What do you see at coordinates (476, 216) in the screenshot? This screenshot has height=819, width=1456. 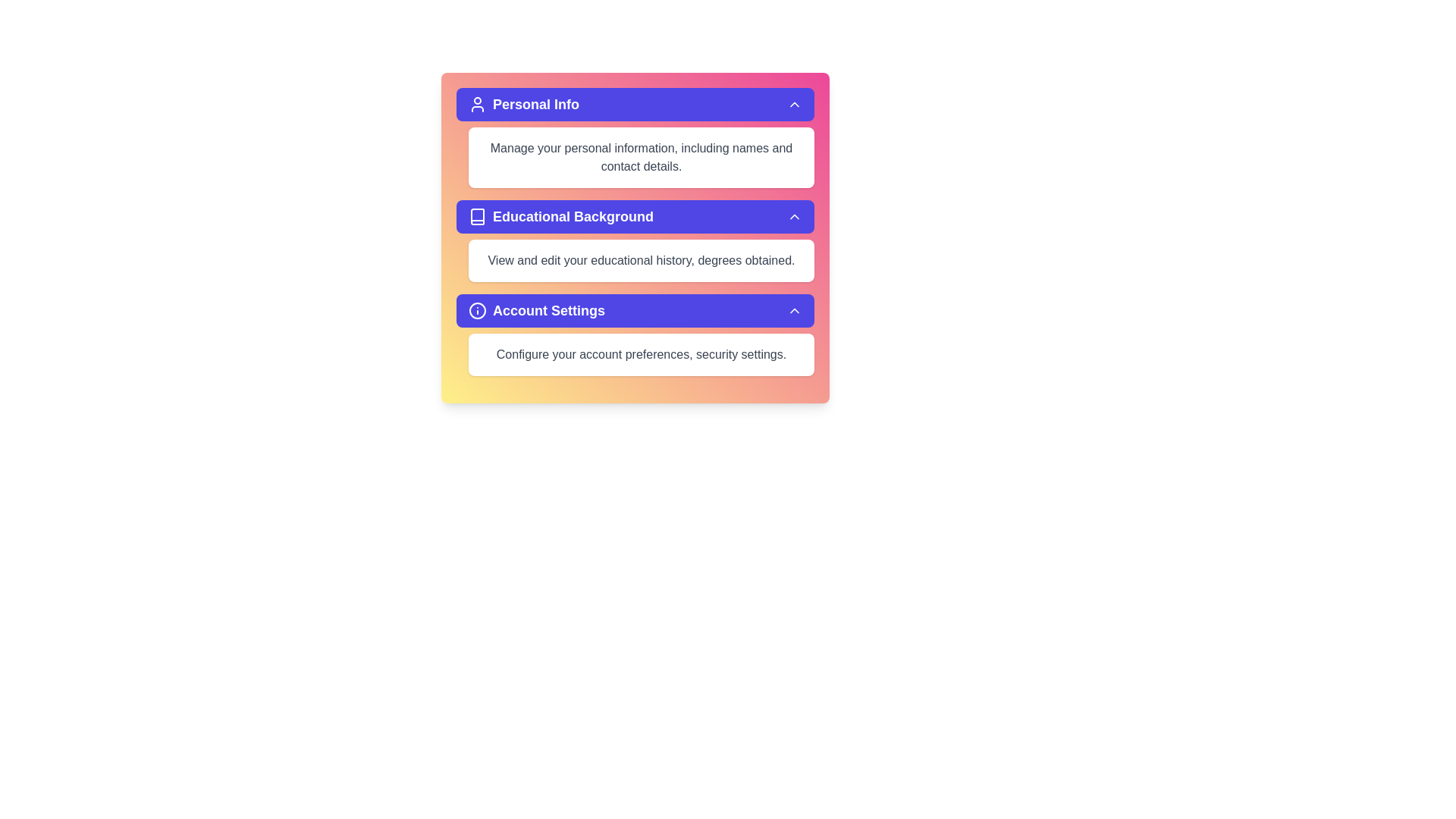 I see `the icon of the section labeled Educational Background` at bounding box center [476, 216].